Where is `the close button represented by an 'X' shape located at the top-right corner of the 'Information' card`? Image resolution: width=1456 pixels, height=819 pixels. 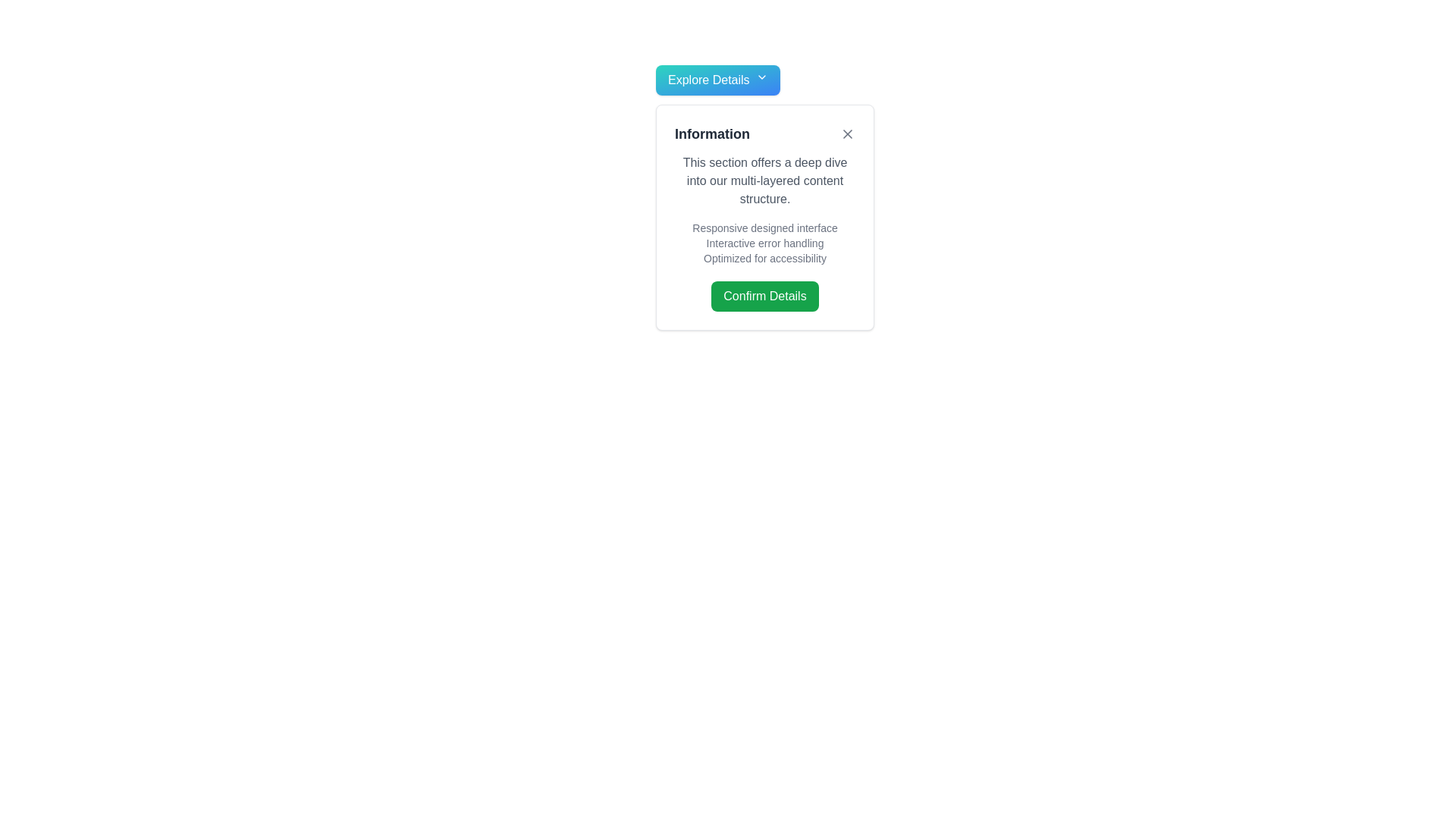 the close button represented by an 'X' shape located at the top-right corner of the 'Information' card is located at coordinates (847, 133).